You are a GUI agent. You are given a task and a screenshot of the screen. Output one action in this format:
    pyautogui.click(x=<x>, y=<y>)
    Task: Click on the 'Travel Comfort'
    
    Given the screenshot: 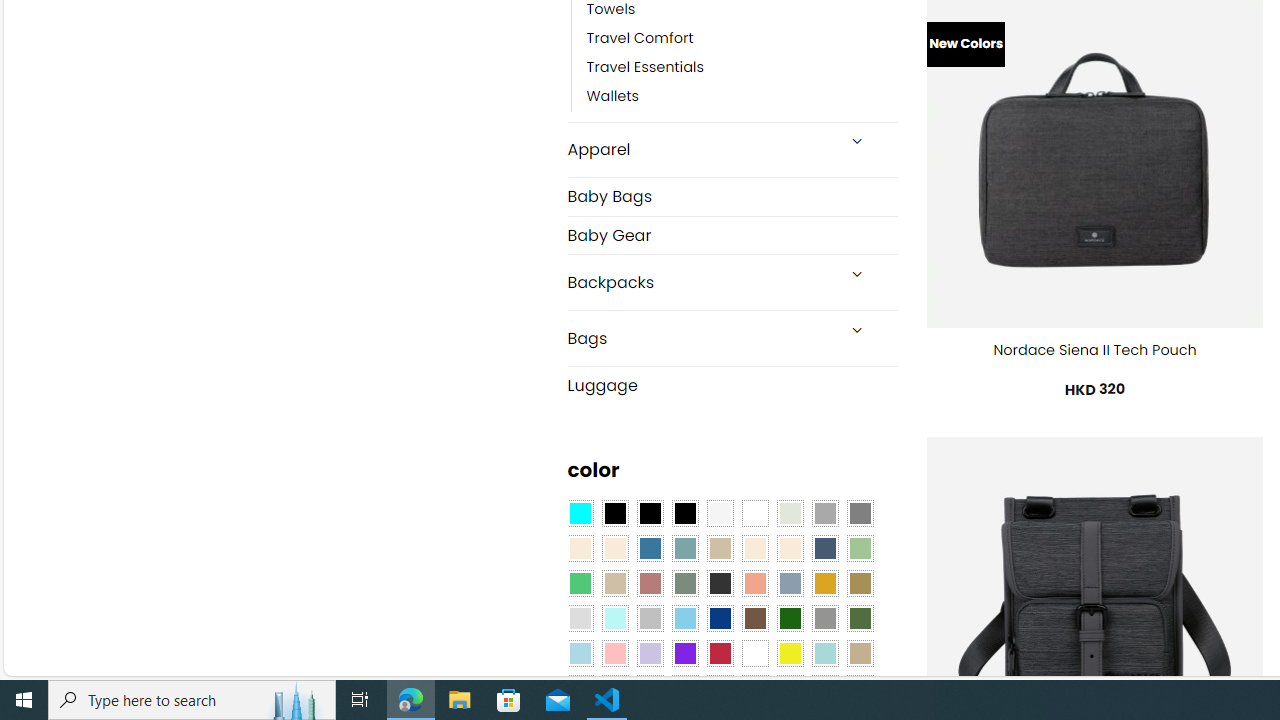 What is the action you would take?
    pyautogui.click(x=640, y=38)
    